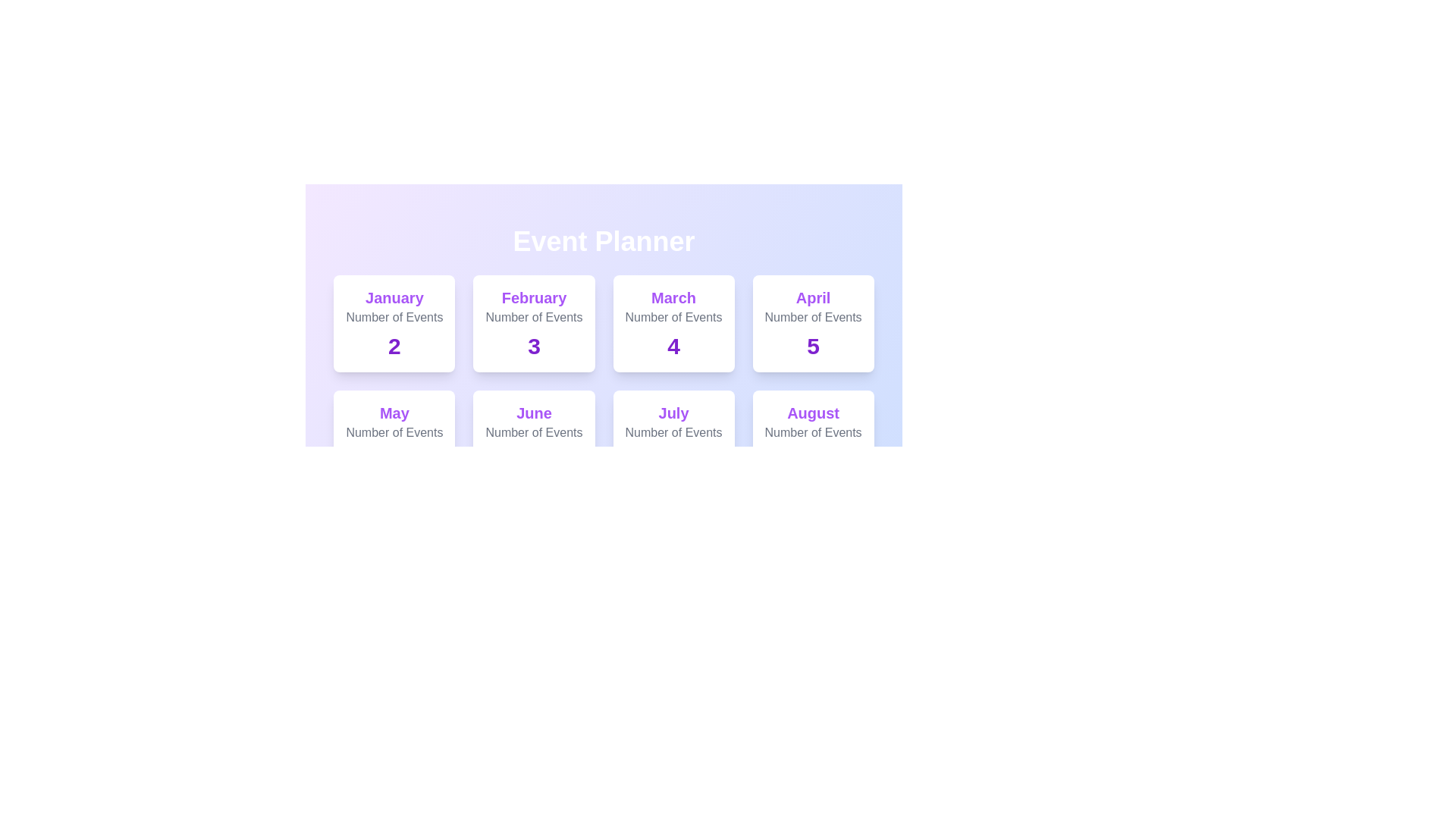 This screenshot has height=819, width=1456. Describe the element at coordinates (673, 323) in the screenshot. I see `the card representing March to view its details` at that location.